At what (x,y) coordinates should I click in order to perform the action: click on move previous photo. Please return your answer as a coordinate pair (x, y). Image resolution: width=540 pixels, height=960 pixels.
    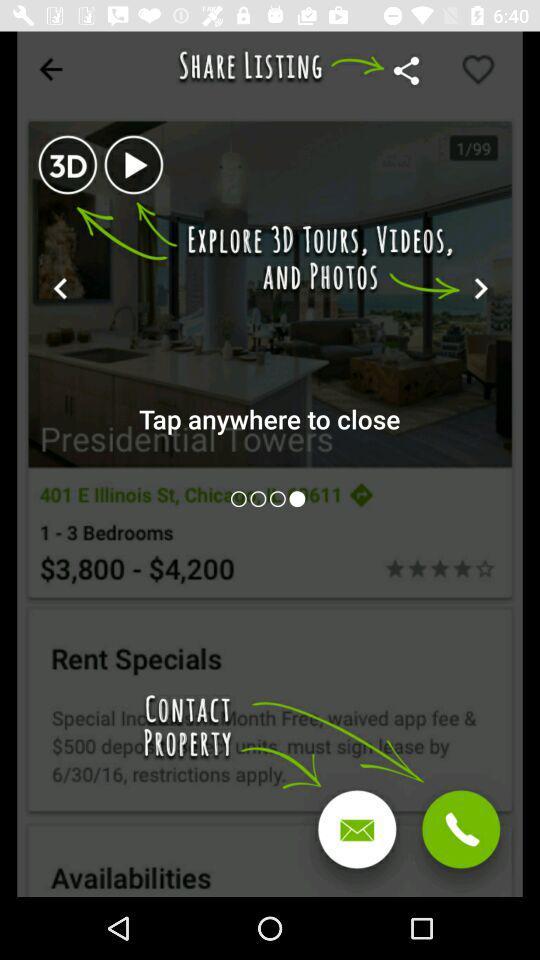
    Looking at the image, I should click on (278, 498).